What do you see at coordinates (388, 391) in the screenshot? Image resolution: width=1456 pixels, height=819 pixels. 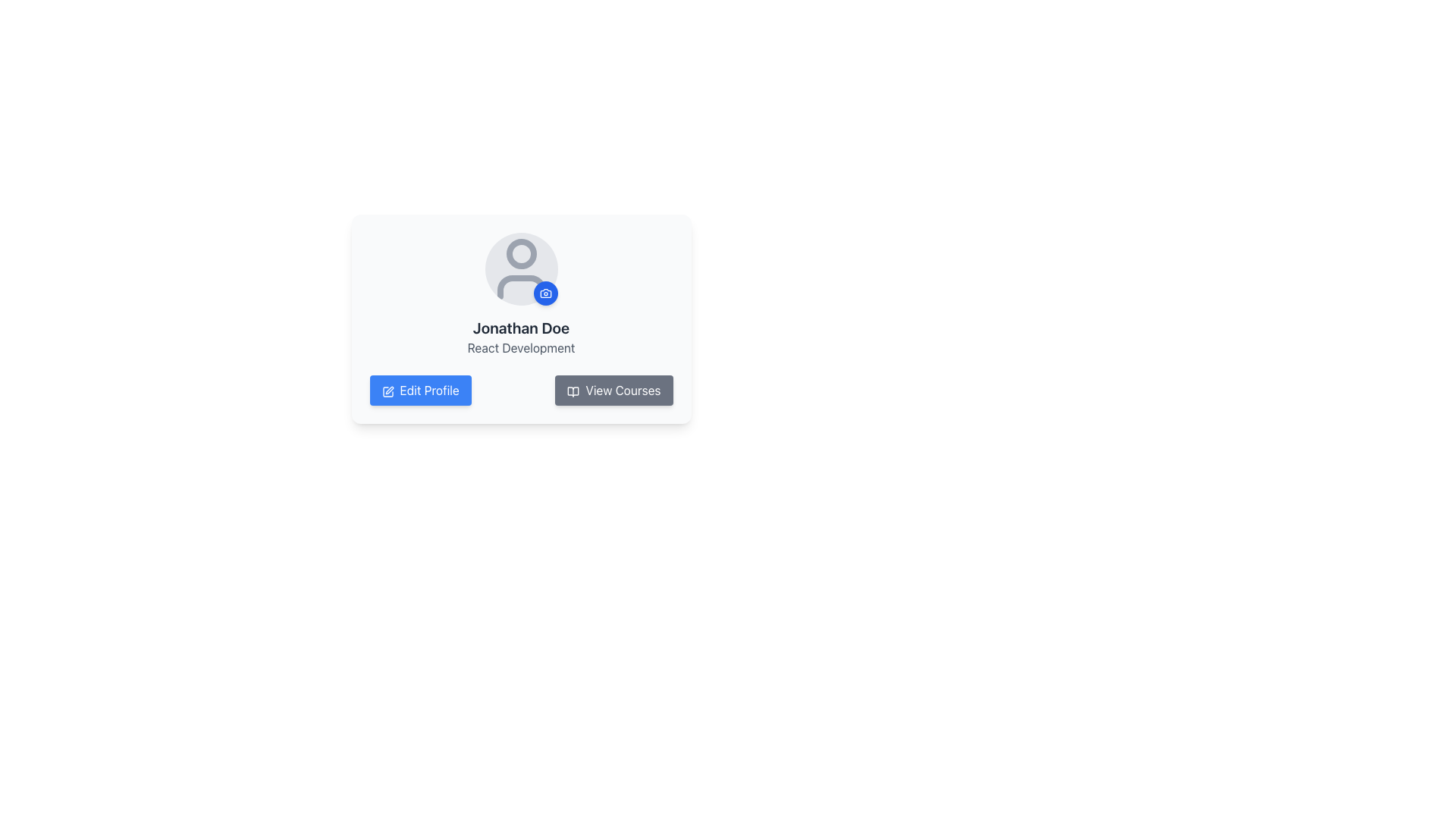 I see `the edit icon located to the left of the 'Edit Profile' text within the edit button at the bottom-left area of the card component` at bounding box center [388, 391].